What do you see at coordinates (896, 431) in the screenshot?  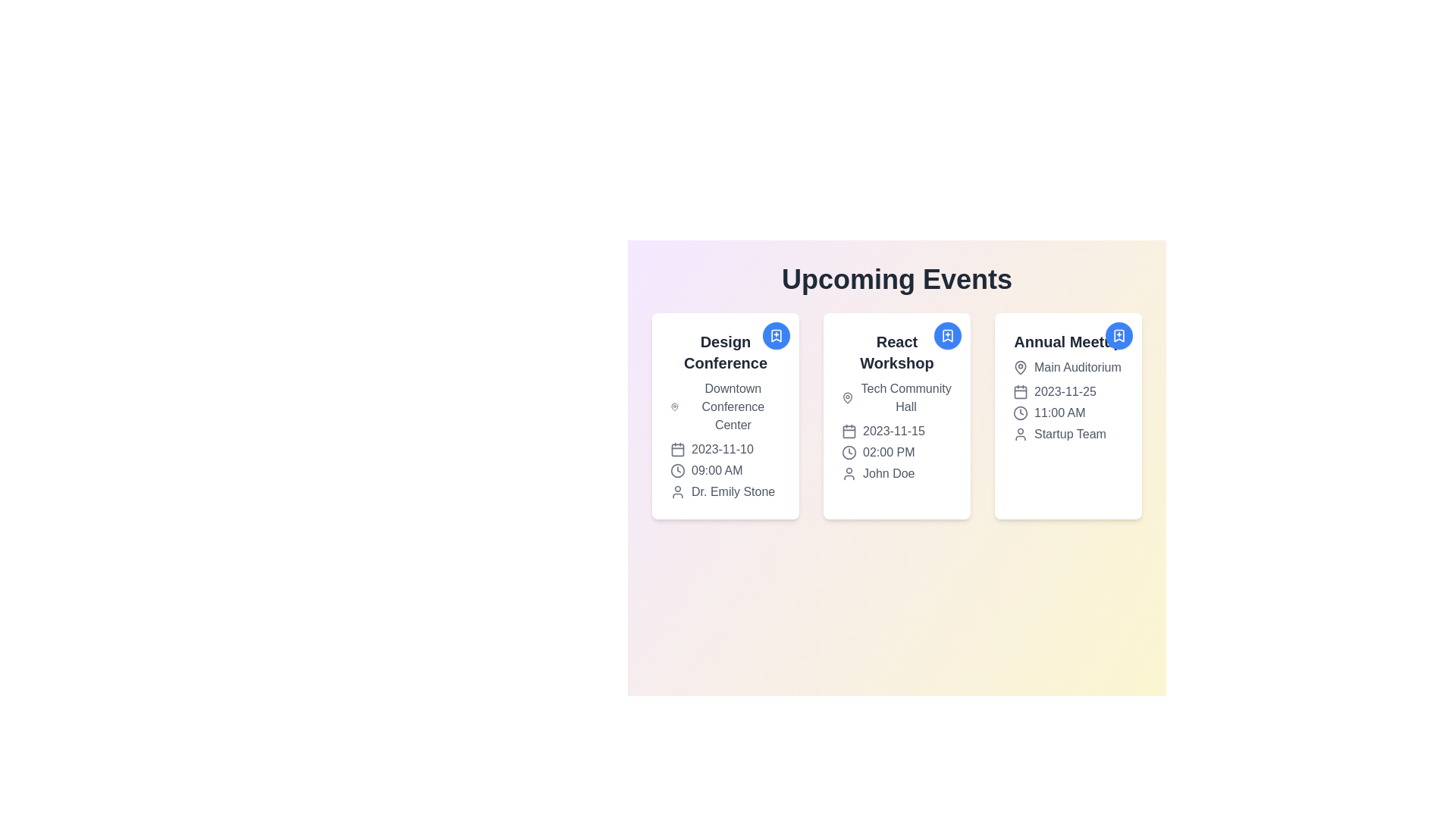 I see `the scheduled date text element located under the secondary heading 'Tech Community Hall' in the 'React Workshop' event card, which follows the location pin and precedes the time information` at bounding box center [896, 431].